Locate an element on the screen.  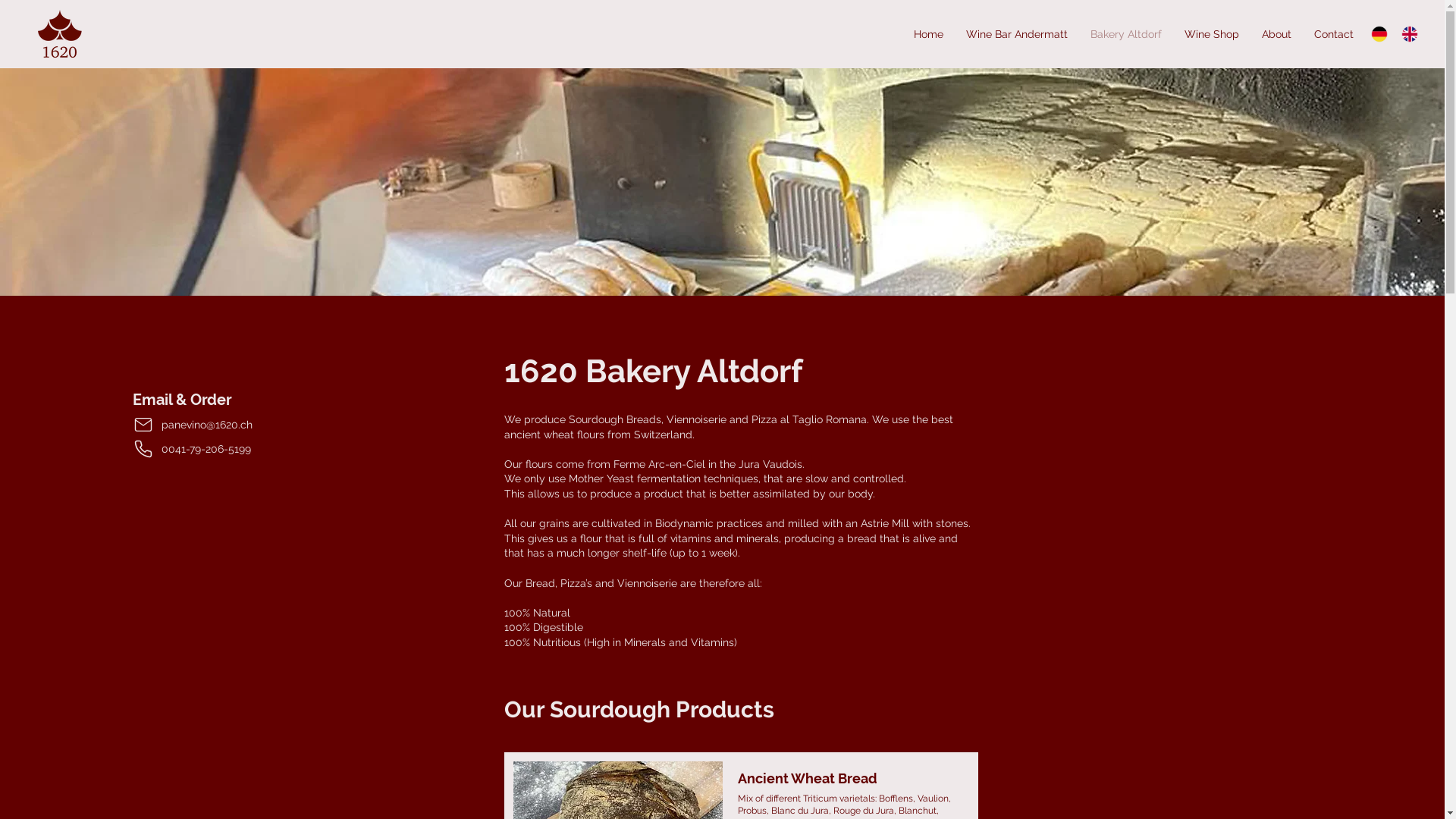
'Bakery Altdorf' is located at coordinates (1125, 34).